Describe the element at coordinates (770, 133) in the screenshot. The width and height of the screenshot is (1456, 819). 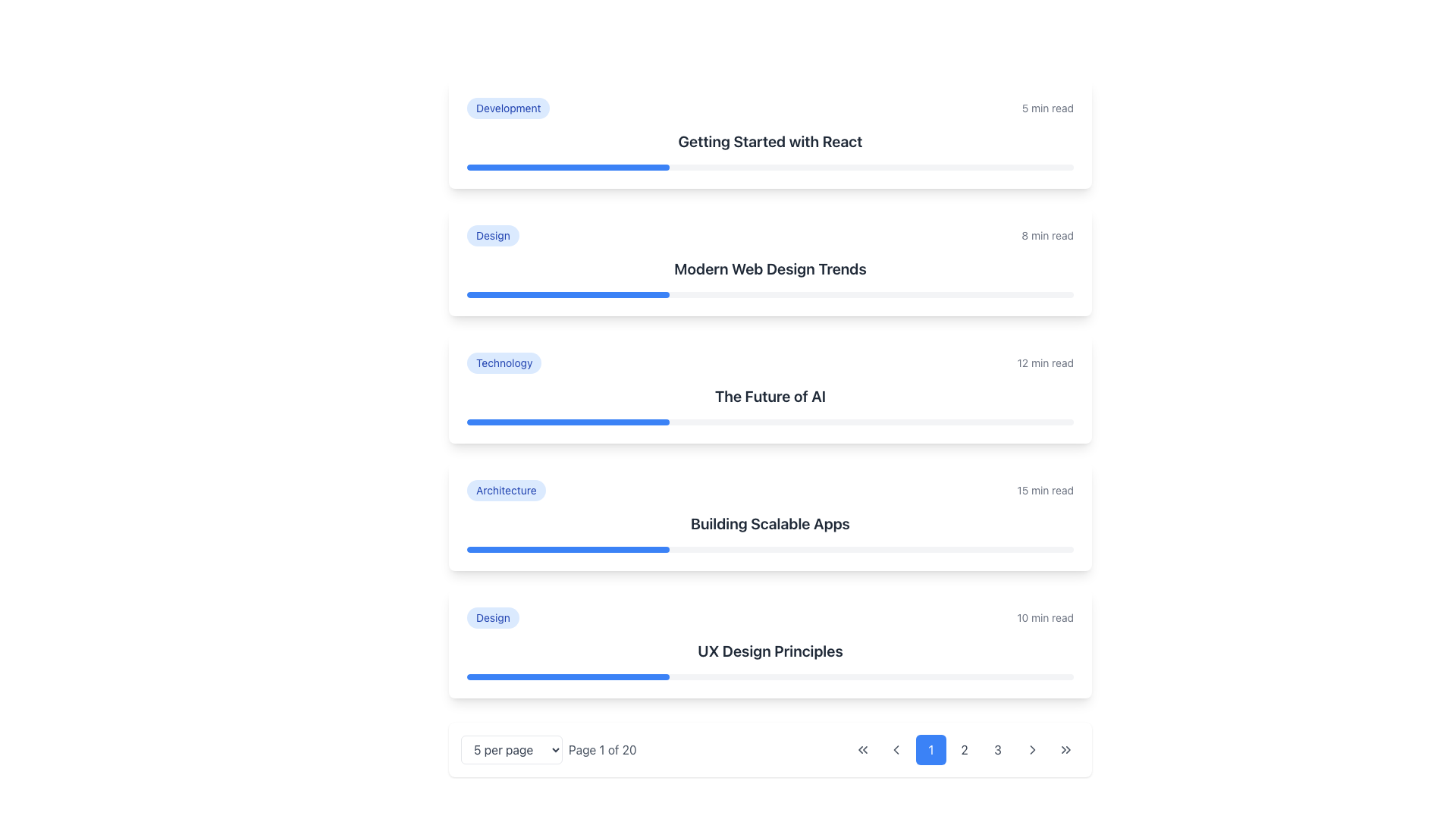
I see `information displayed on the informational card titled 'Getting Started with React', which contains a blue 'Development' tag, a gray '5 min read' text, and a progress bar at the bottom` at that location.